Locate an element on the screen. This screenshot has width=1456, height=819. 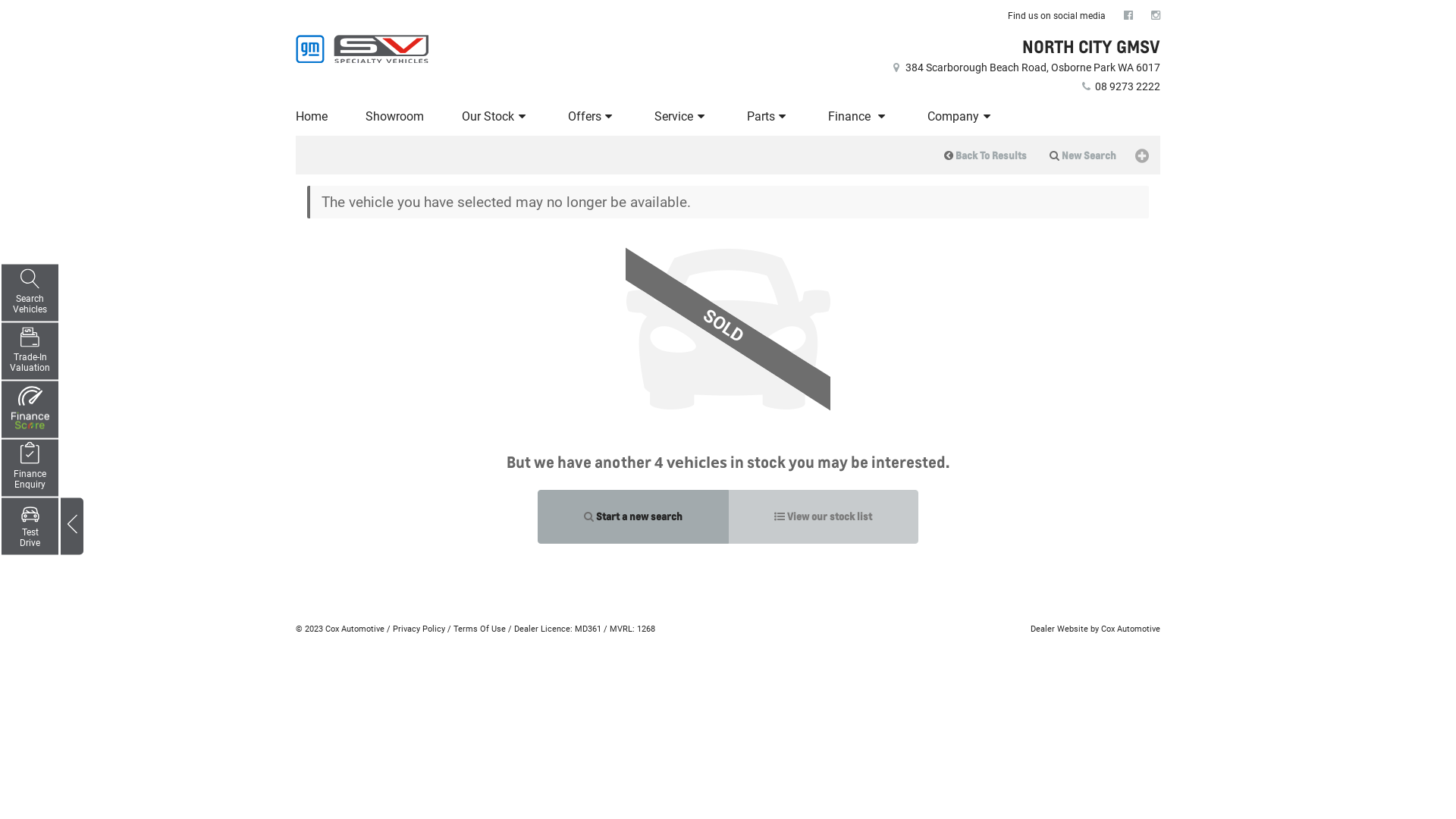
'Home' is located at coordinates (312, 116).